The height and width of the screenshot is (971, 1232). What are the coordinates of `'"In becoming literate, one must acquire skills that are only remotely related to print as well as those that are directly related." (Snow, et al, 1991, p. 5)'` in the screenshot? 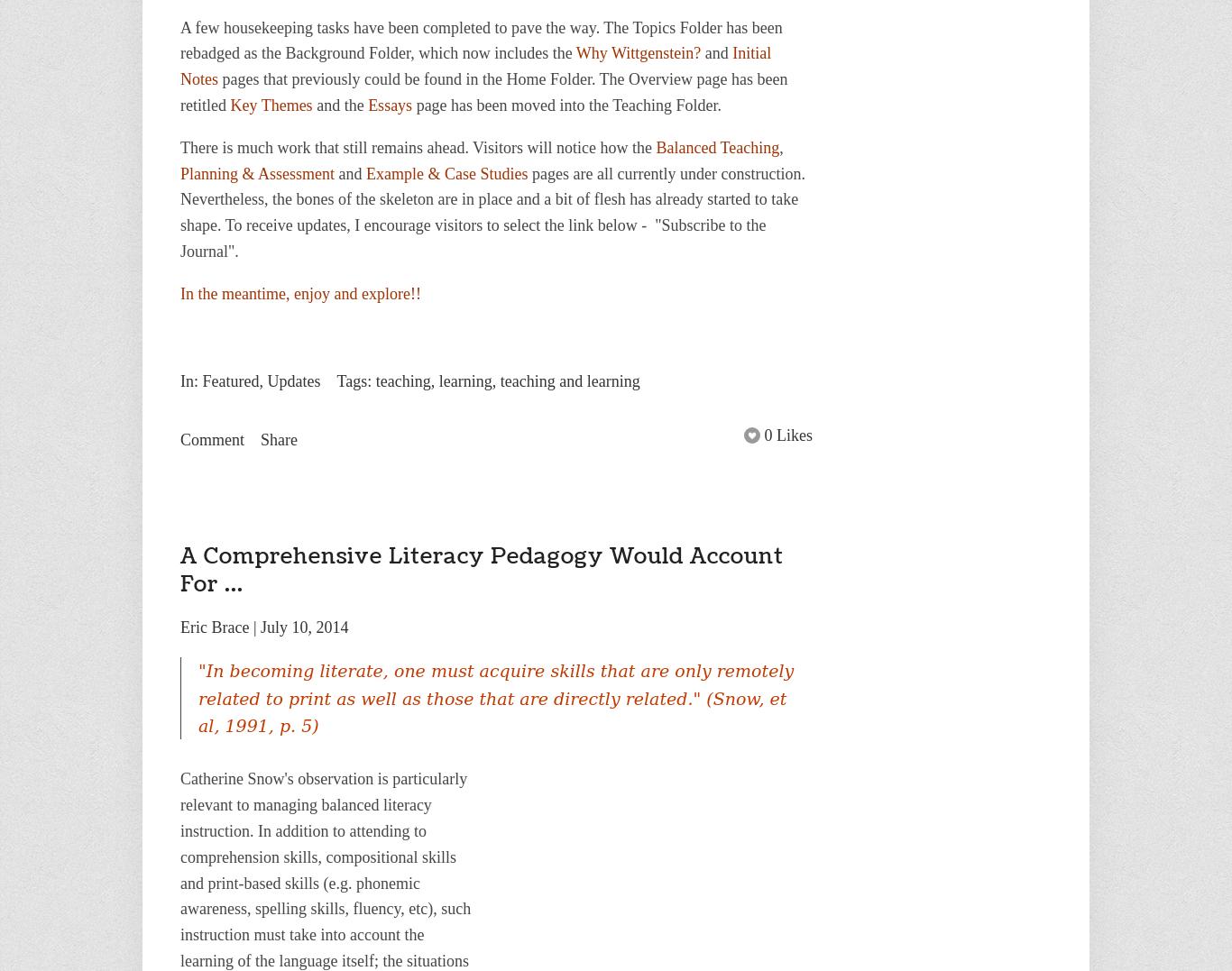 It's located at (495, 697).